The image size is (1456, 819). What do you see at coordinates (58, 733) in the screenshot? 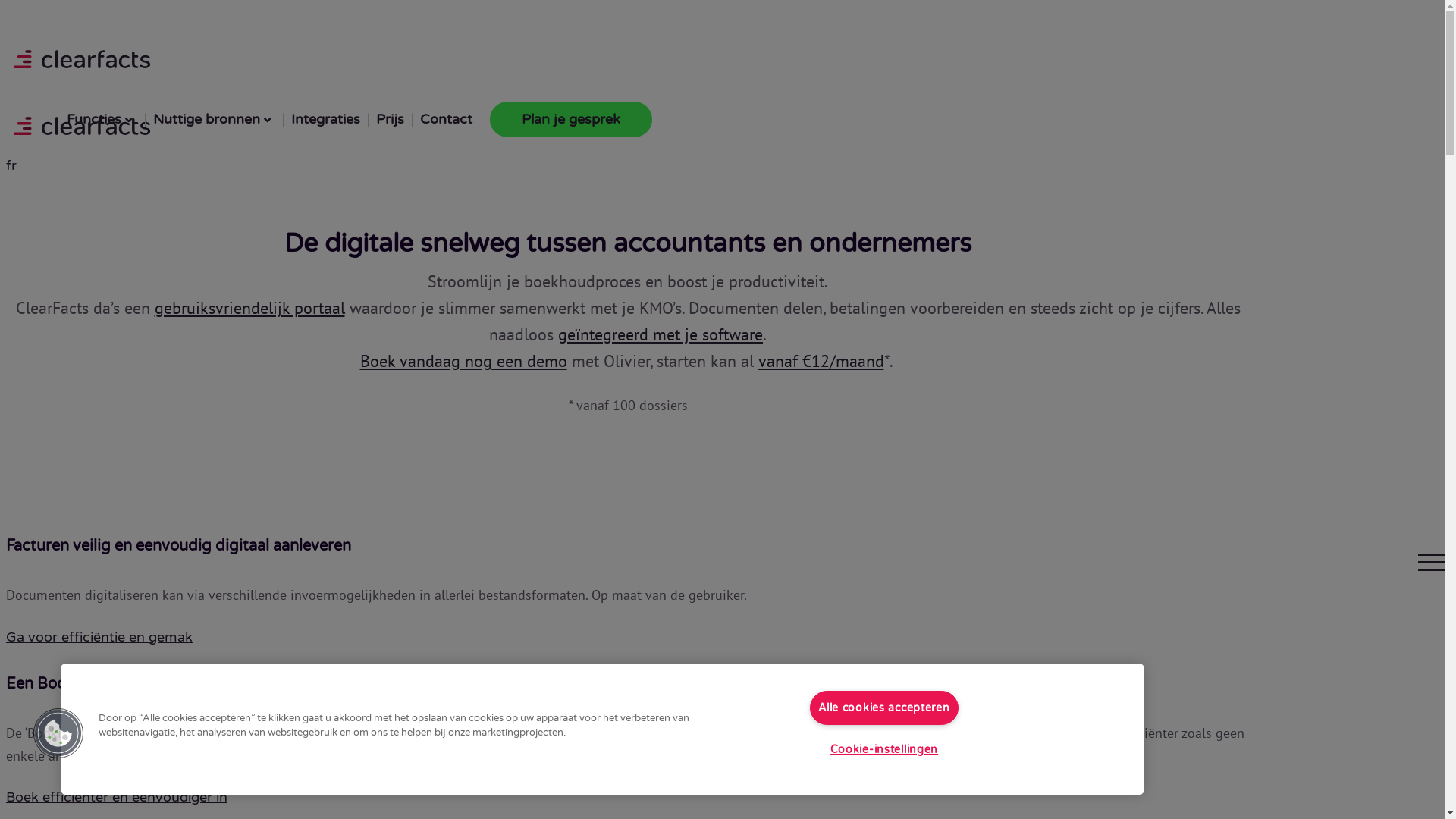
I see `'Cookies Button'` at bounding box center [58, 733].